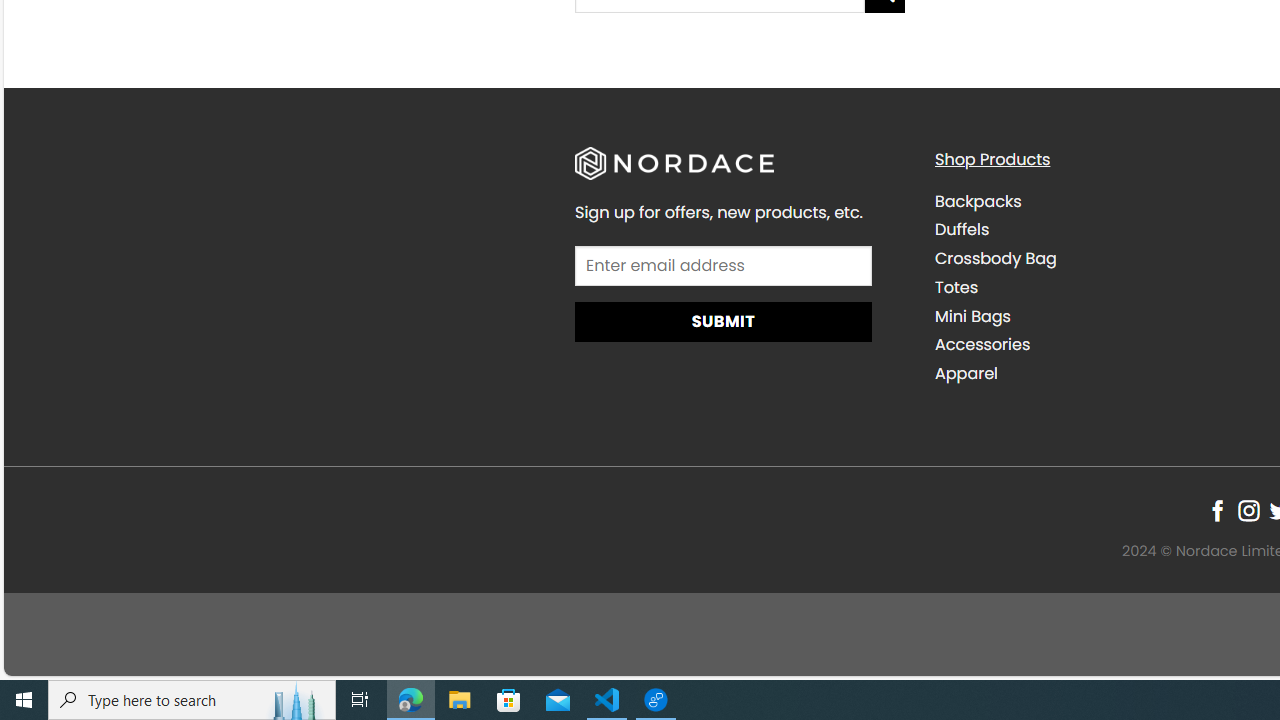 The width and height of the screenshot is (1280, 720). I want to click on 'Accessories', so click(982, 343).